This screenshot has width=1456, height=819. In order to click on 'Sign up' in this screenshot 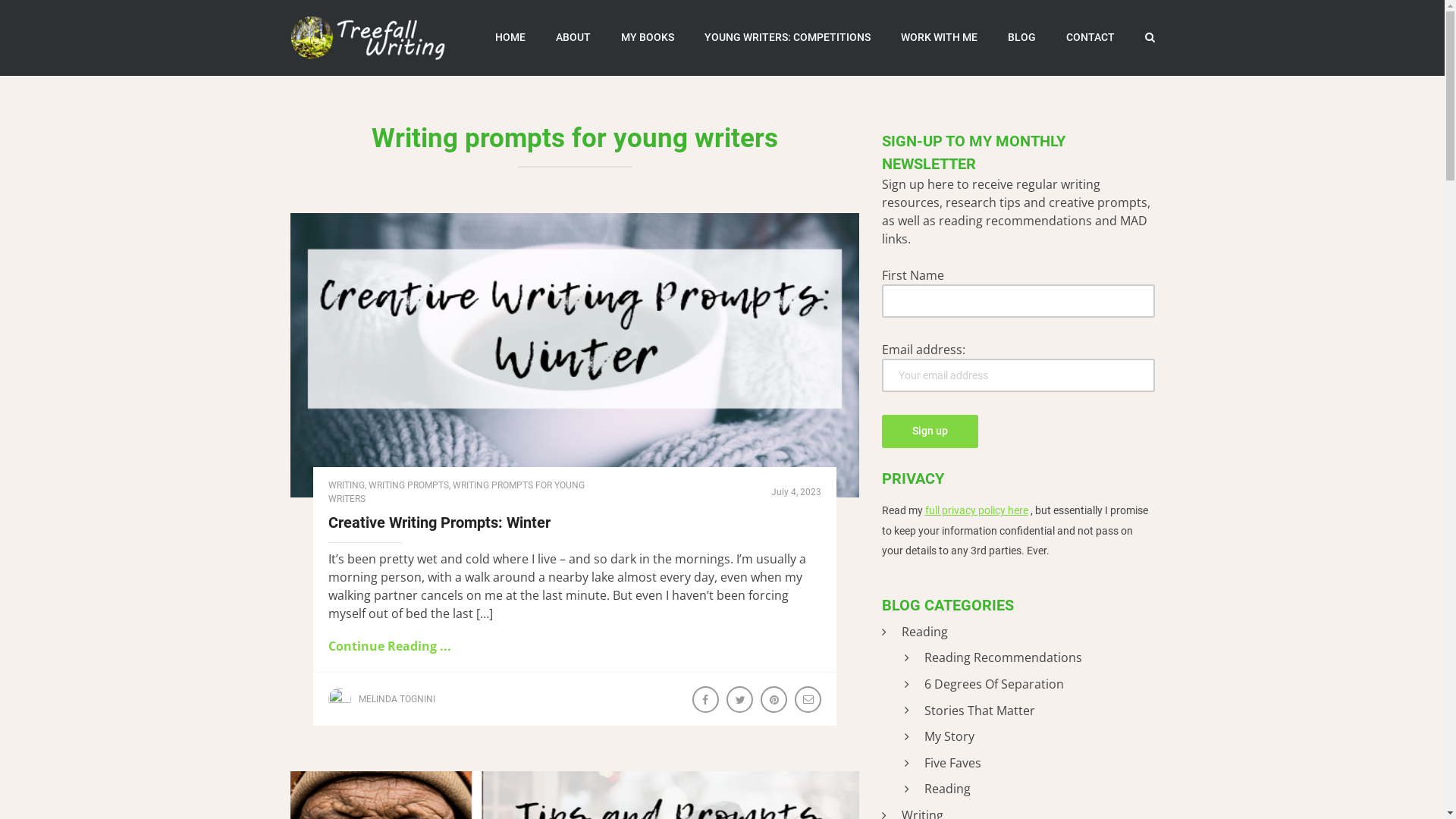, I will do `click(928, 431)`.